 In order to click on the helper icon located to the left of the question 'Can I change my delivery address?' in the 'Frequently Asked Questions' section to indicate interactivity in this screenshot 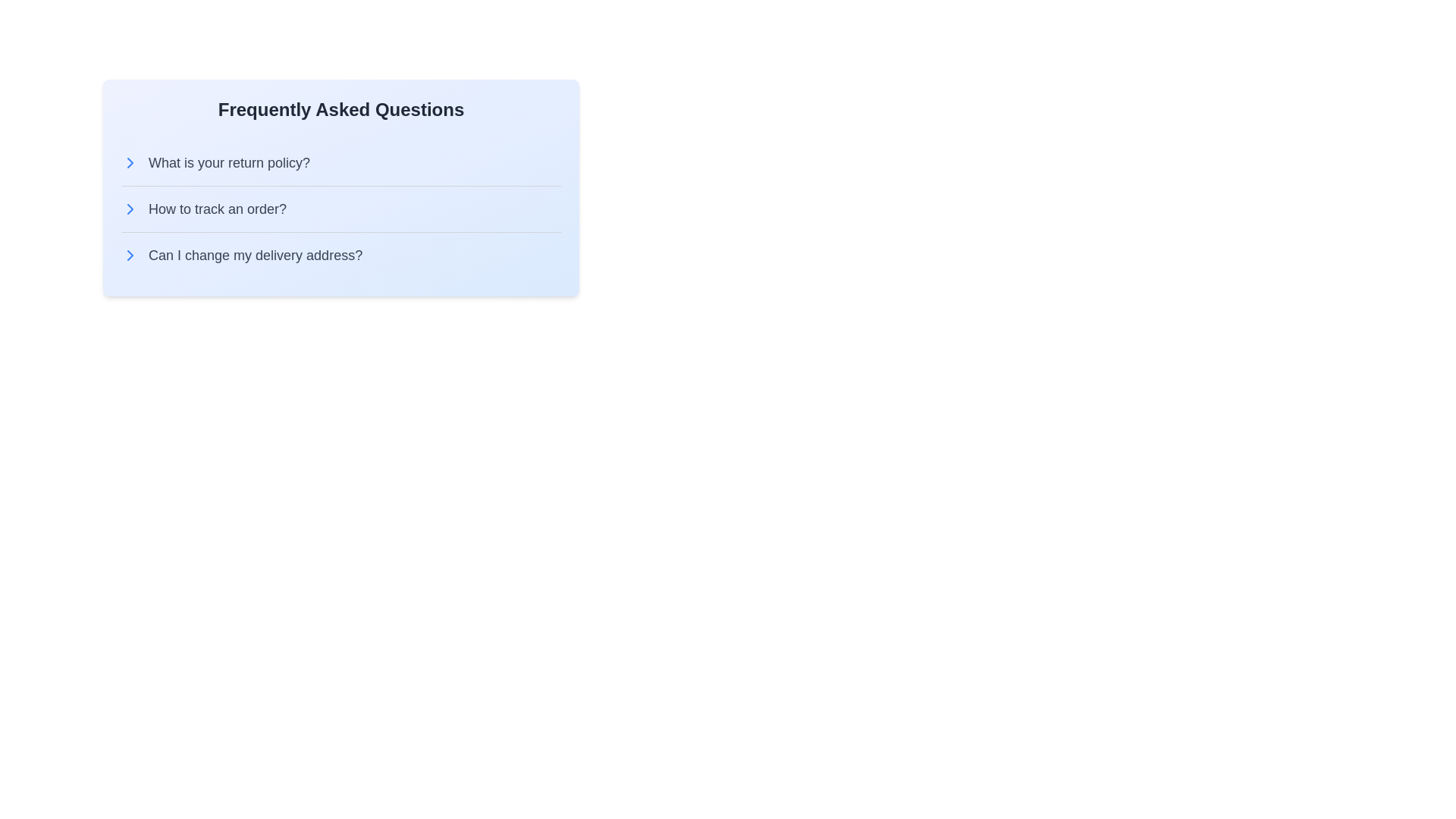, I will do `click(130, 254)`.